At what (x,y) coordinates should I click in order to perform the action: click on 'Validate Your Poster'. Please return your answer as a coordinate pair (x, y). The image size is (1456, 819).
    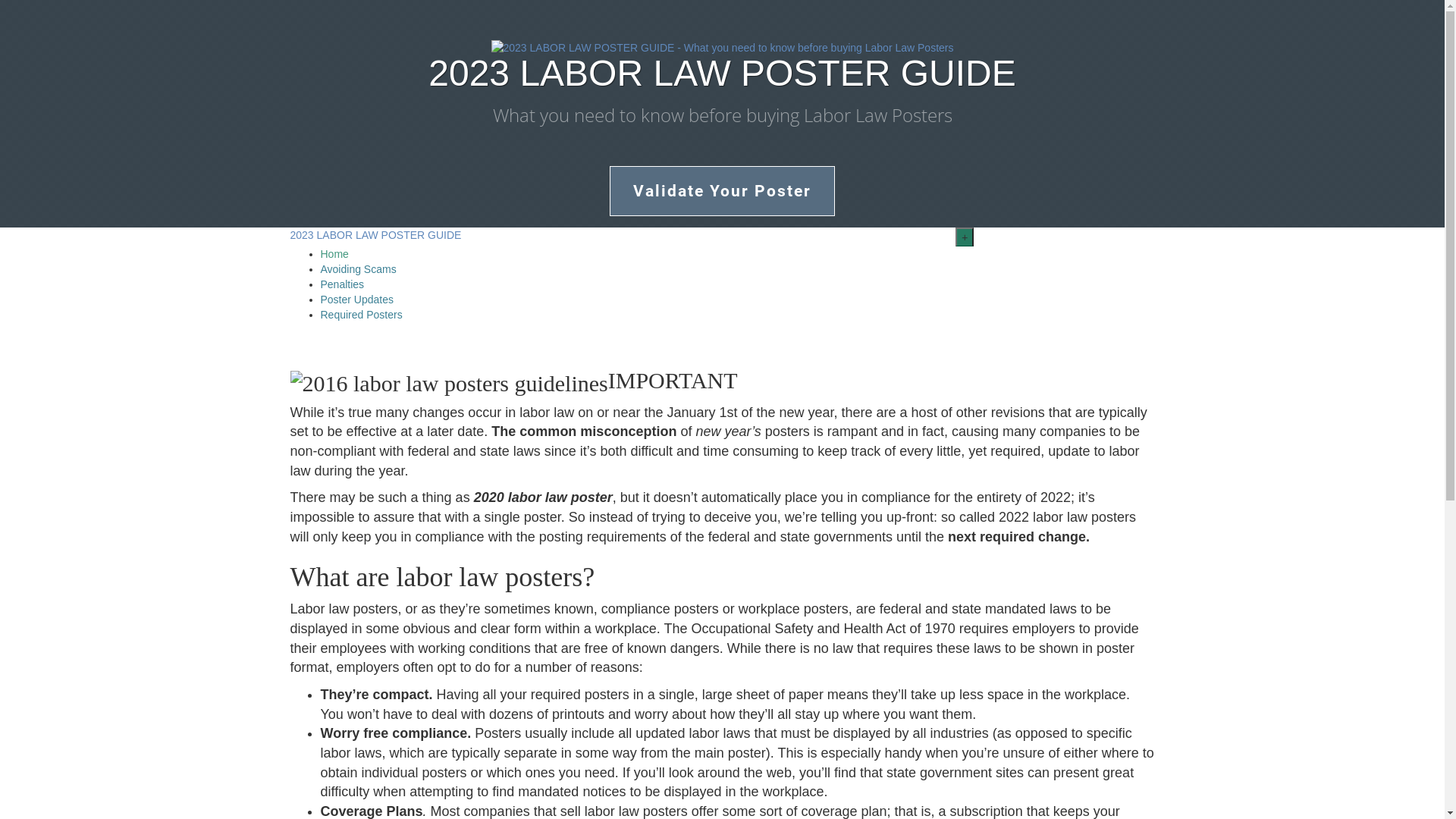
    Looking at the image, I should click on (721, 189).